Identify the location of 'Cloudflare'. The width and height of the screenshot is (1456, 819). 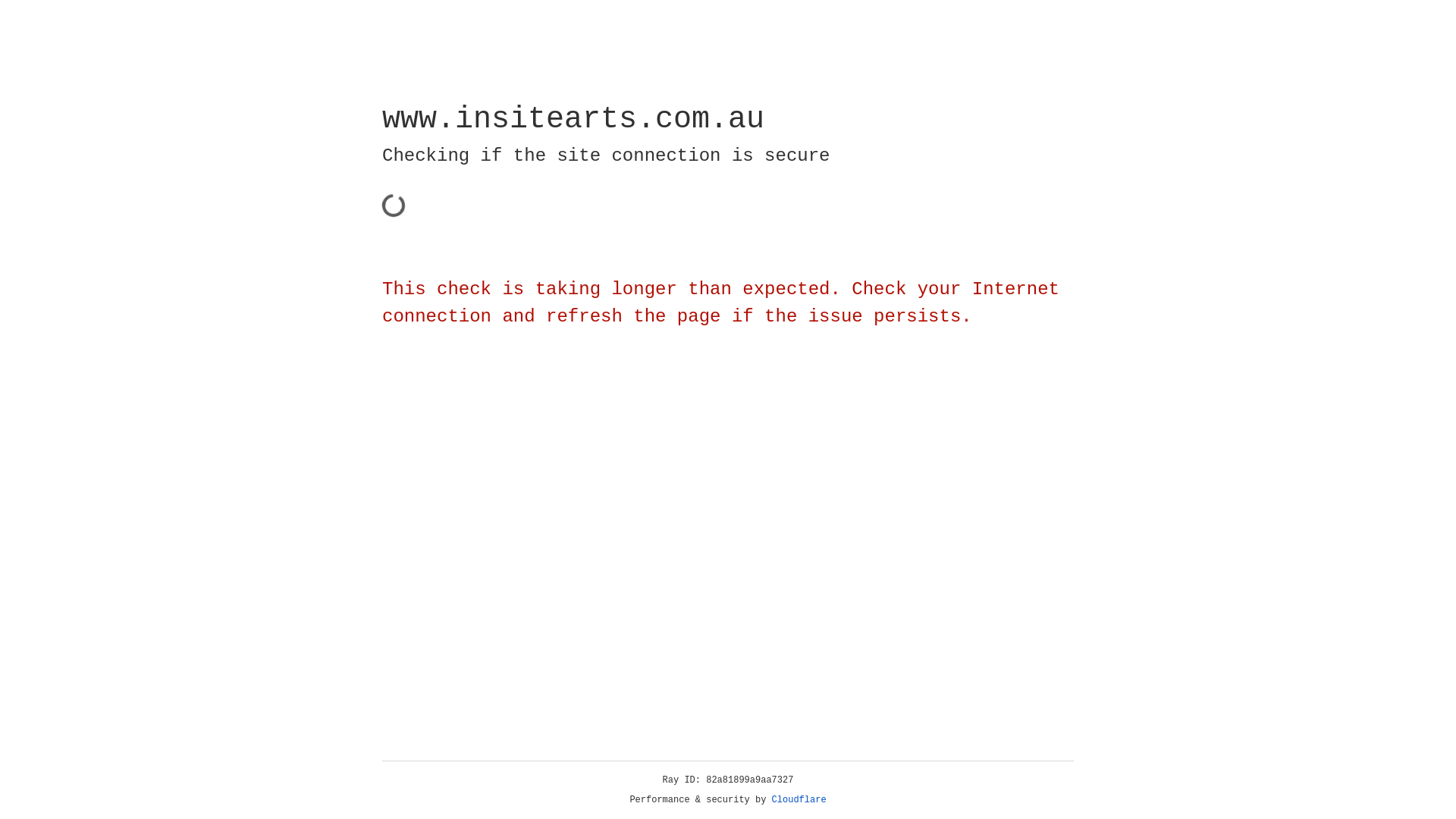
(799, 799).